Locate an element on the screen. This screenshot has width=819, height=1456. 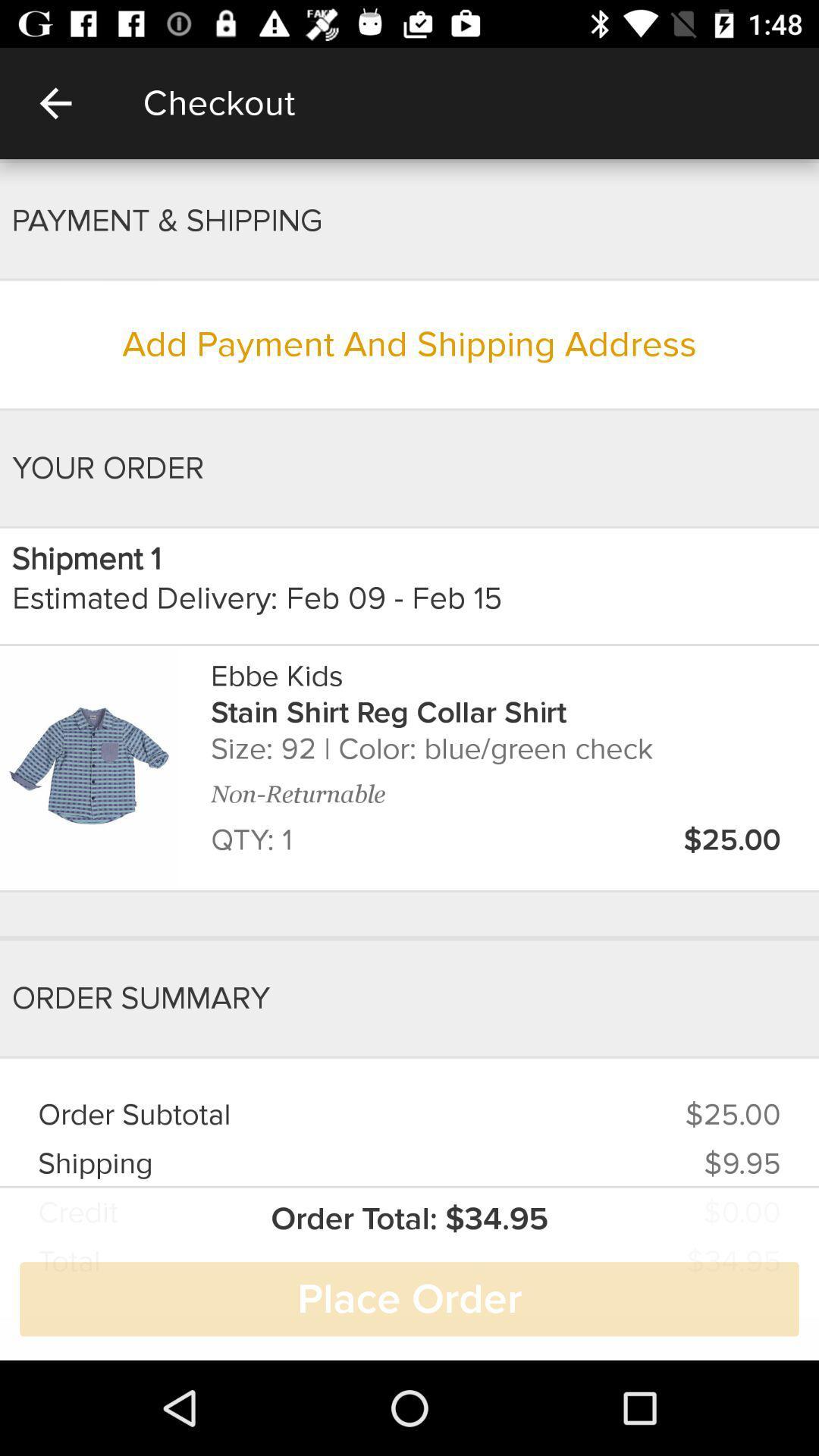
the icon next to checkout item is located at coordinates (55, 102).